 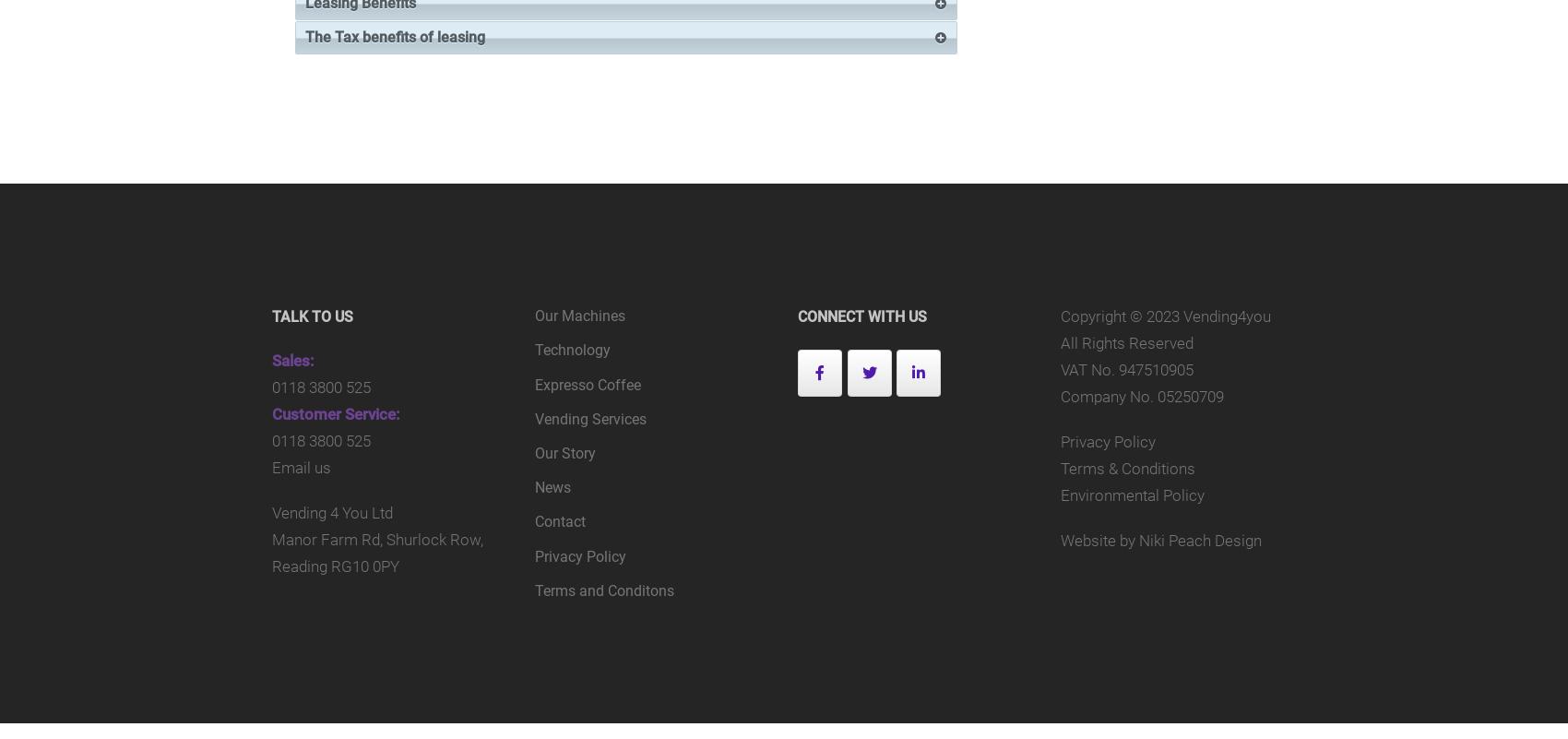 I want to click on 'Manor Farm Rd, Shurlock Row,', so click(x=376, y=539).